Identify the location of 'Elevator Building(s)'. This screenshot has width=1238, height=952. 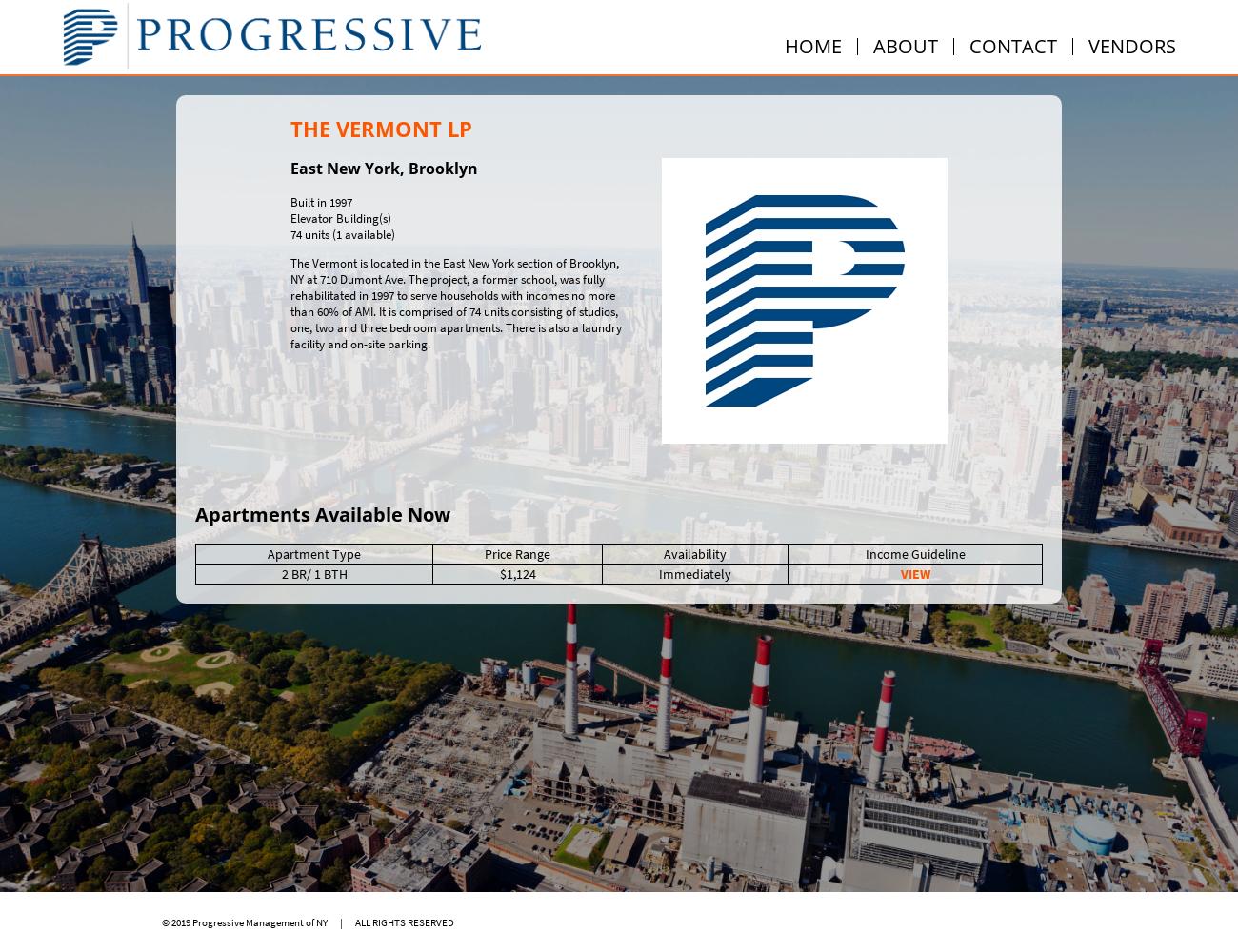
(340, 216).